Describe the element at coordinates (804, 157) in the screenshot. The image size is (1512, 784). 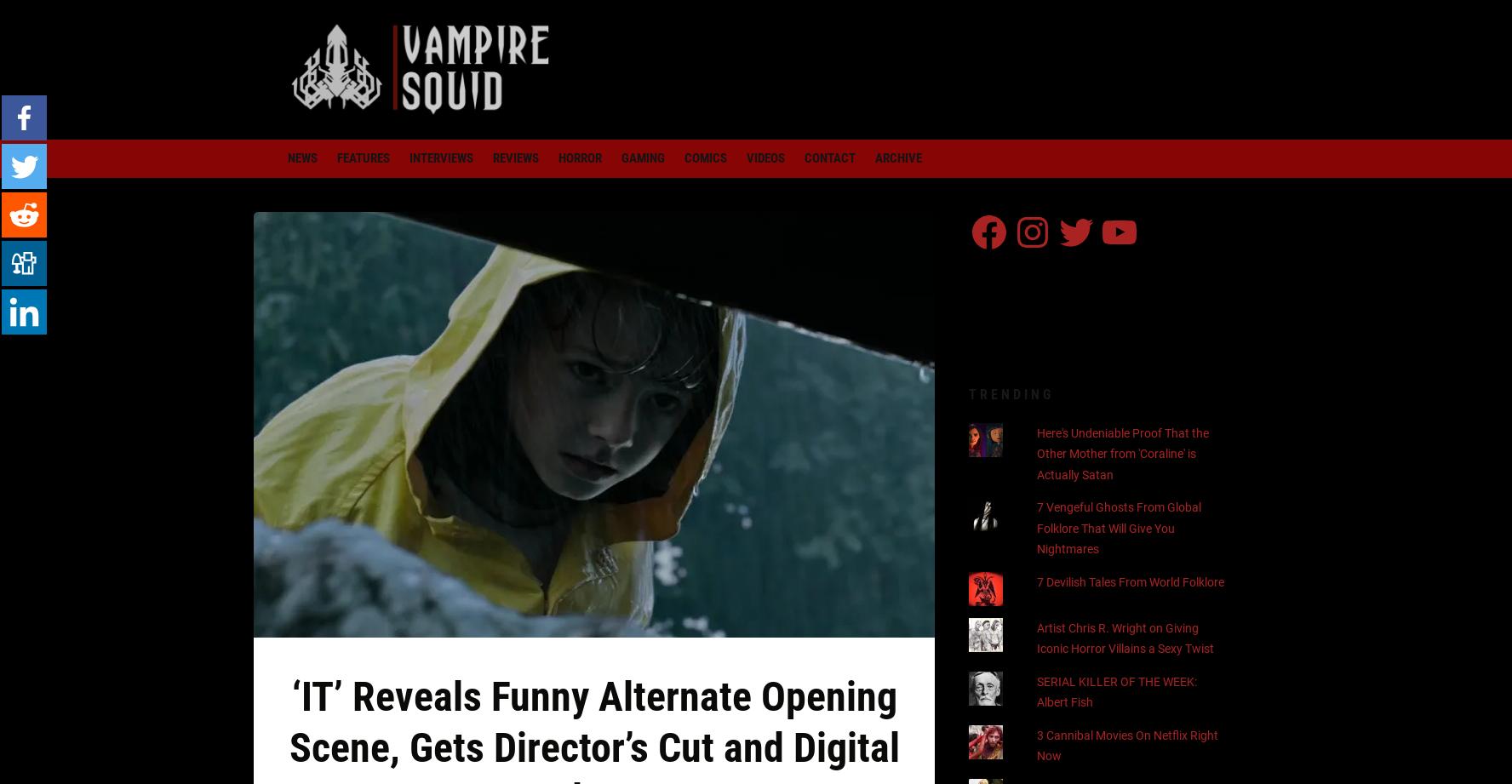
I see `'Contact'` at that location.